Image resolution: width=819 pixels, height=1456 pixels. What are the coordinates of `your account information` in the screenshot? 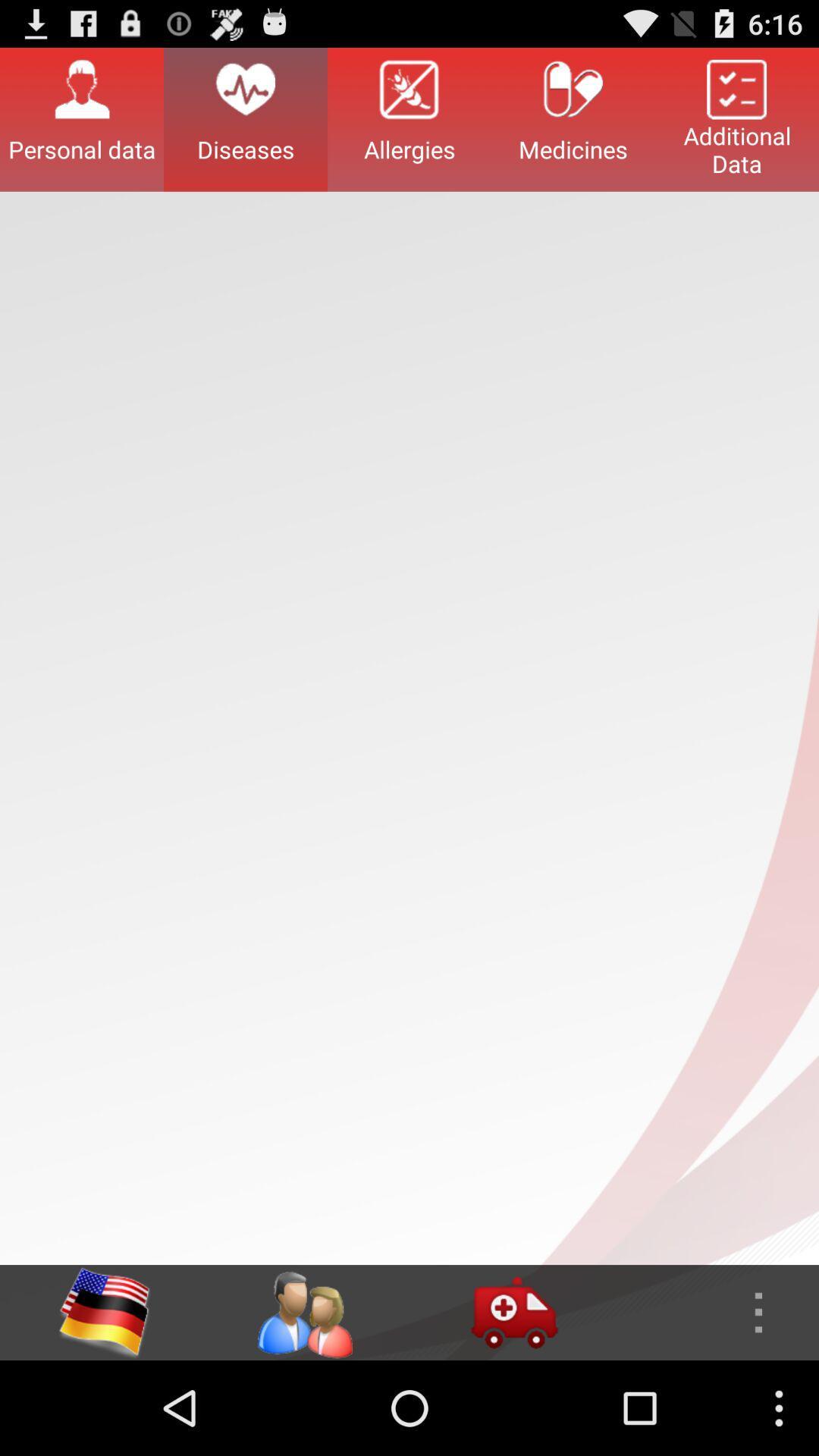 It's located at (304, 1312).